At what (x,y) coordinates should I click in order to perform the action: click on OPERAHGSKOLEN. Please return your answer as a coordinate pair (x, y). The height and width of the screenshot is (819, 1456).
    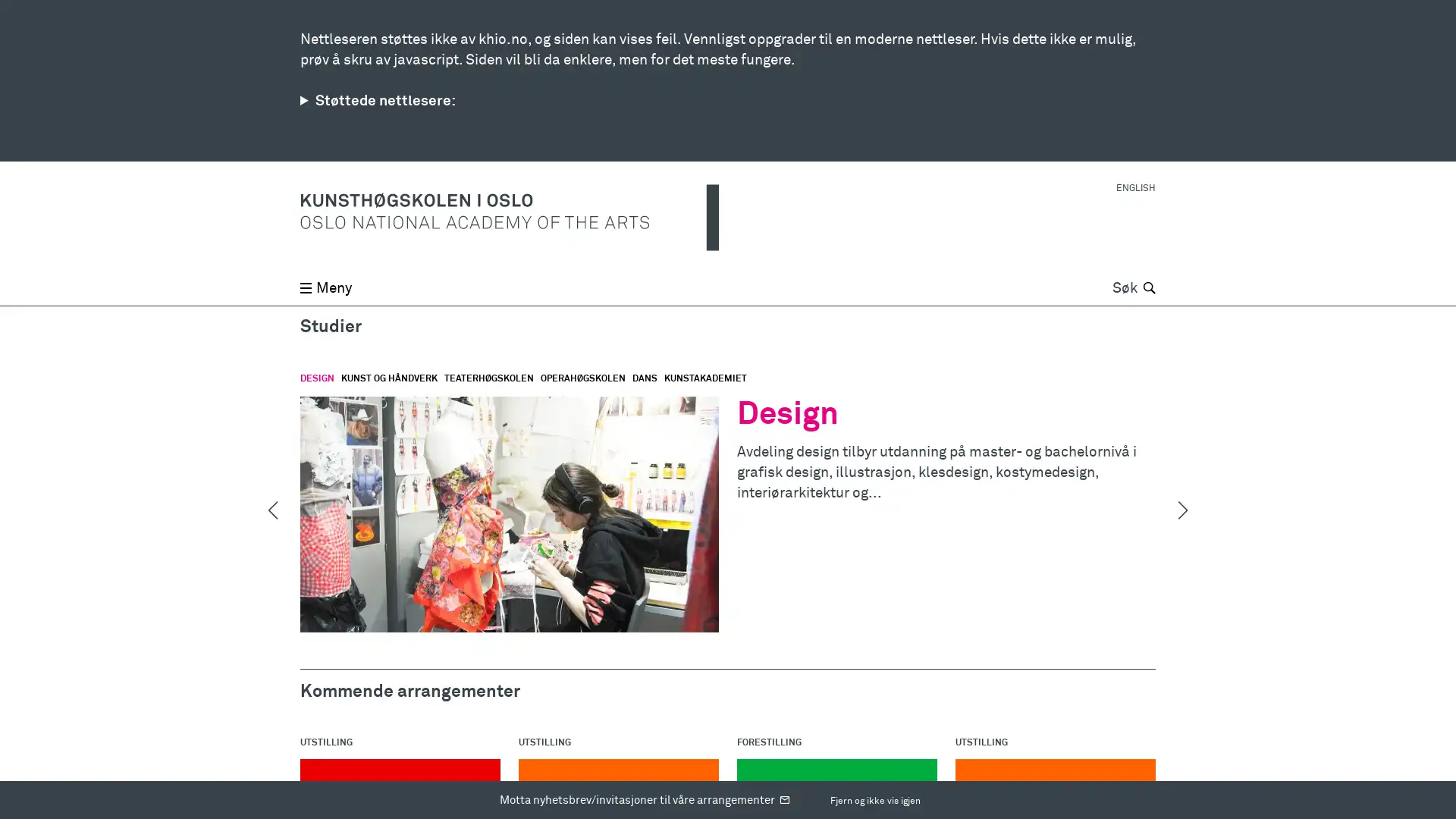
    Looking at the image, I should click on (582, 379).